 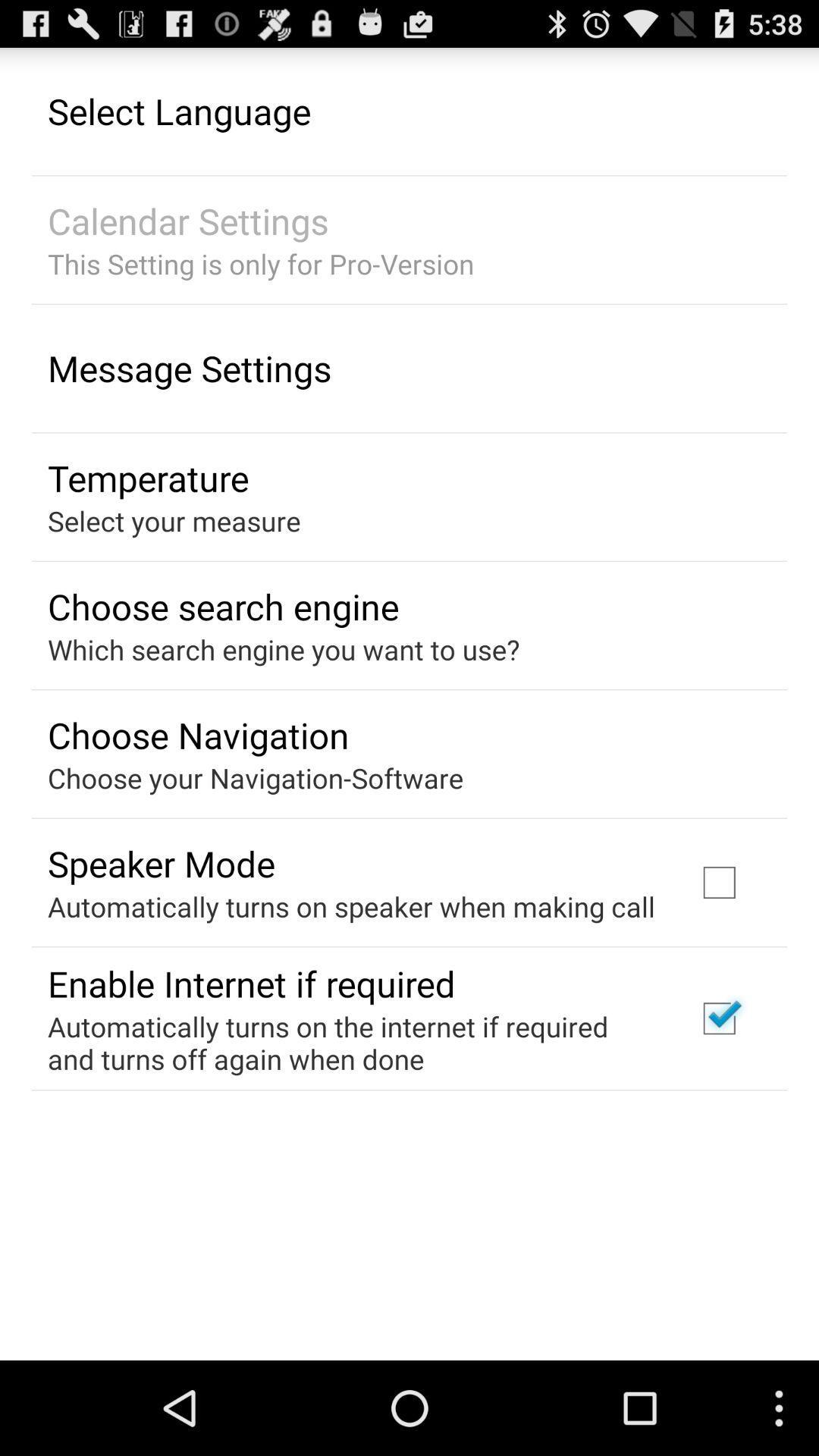 I want to click on the item above the automatically turns on item, so click(x=161, y=863).